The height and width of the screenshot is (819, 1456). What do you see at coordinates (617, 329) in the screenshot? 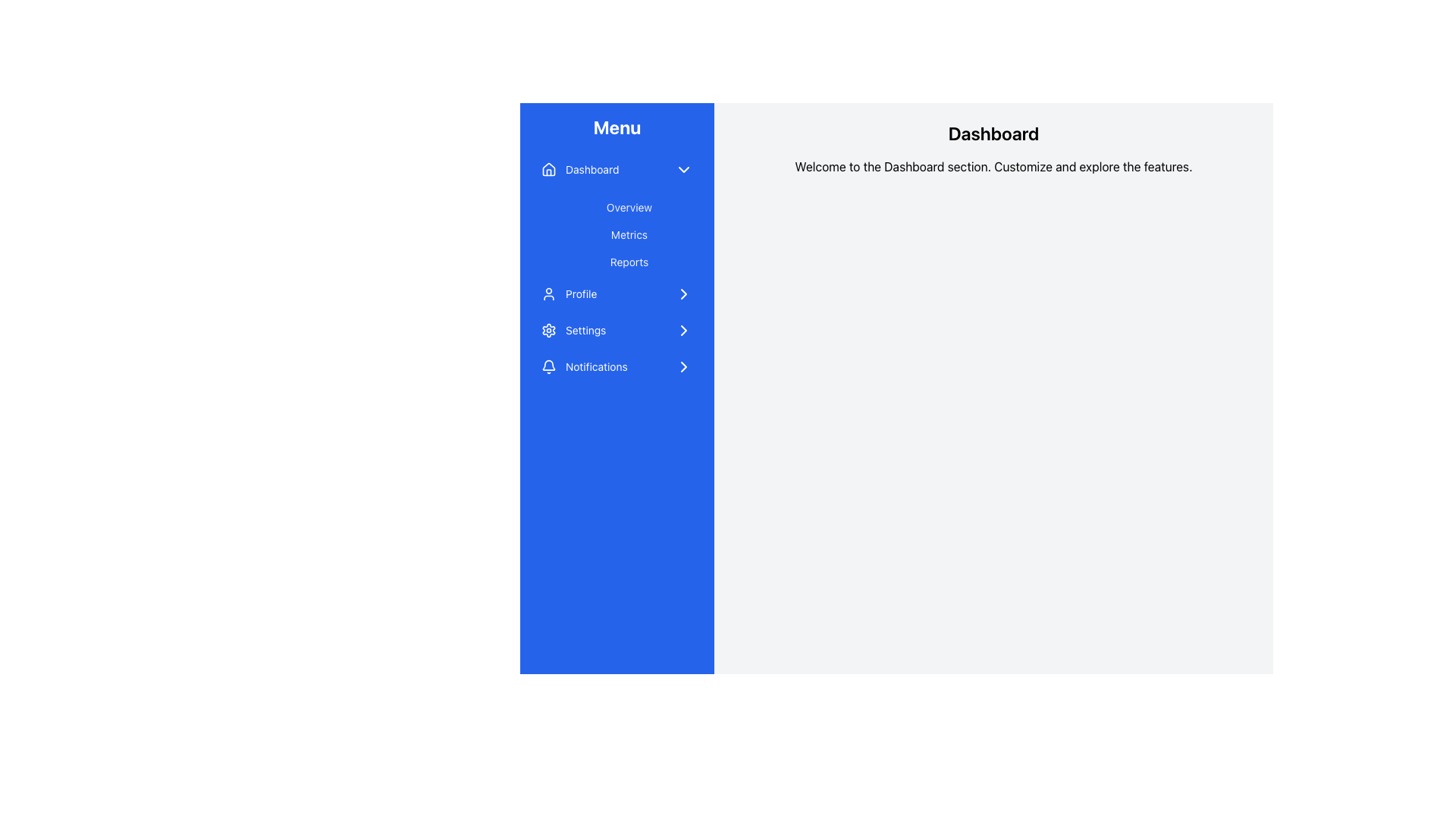
I see `the 'Settings' menu item in the vertical navigation menu` at bounding box center [617, 329].